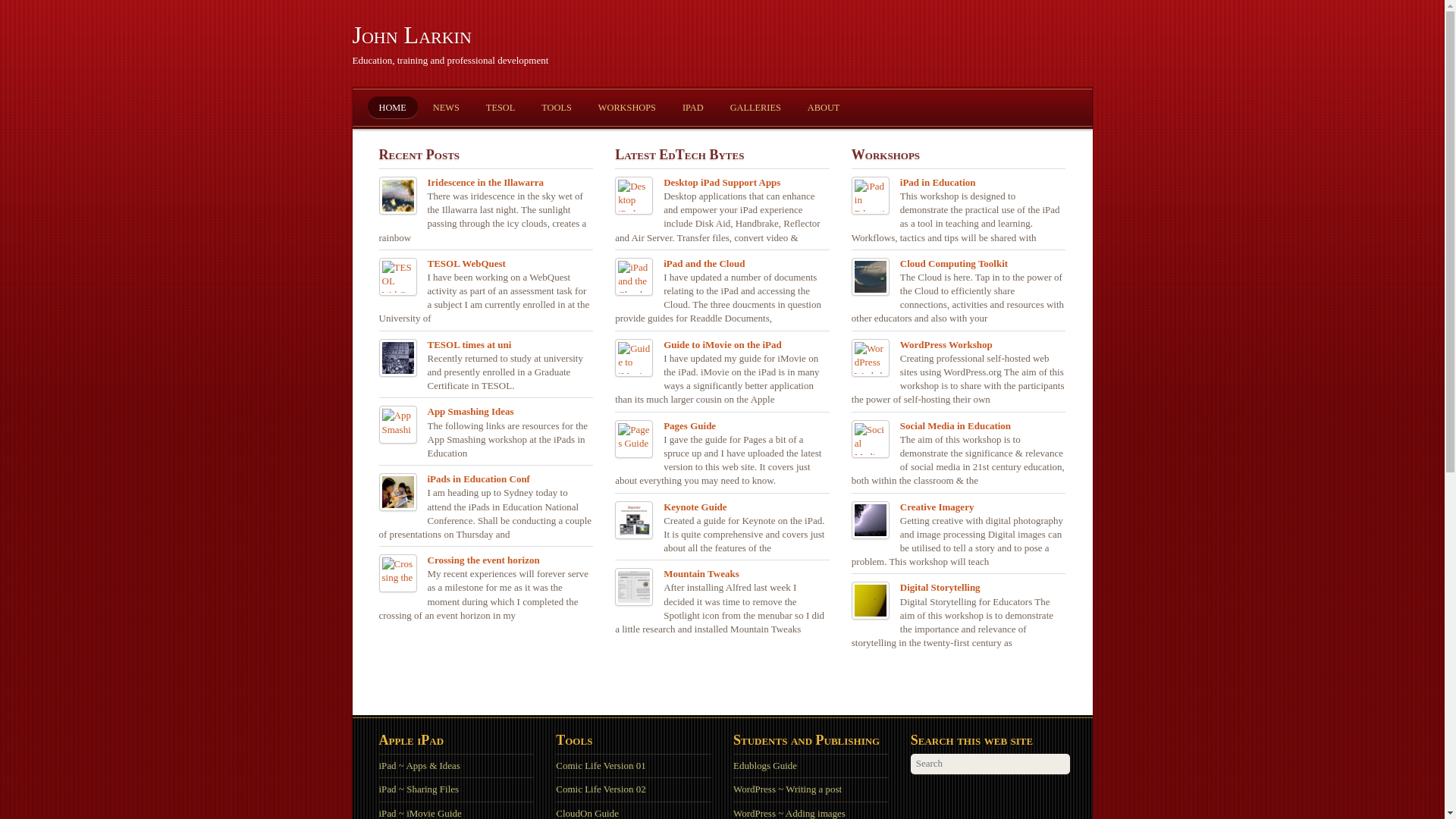 This screenshot has width=1456, height=819. I want to click on 'WordPress ~ Writing a post', so click(787, 788).